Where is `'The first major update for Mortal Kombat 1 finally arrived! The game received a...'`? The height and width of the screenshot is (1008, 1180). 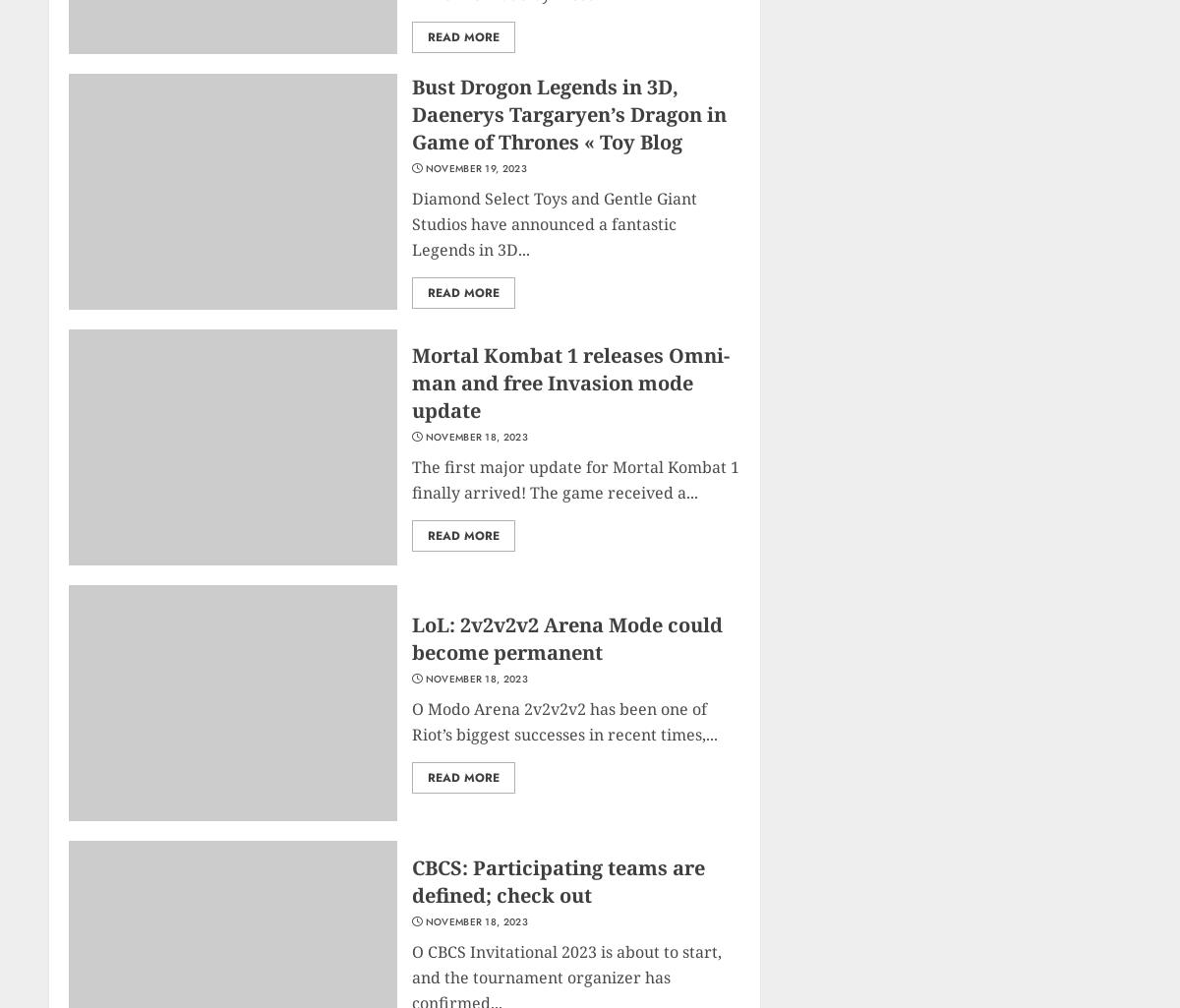
'The first major update for Mortal Kombat 1 finally arrived! The game received a...' is located at coordinates (574, 479).